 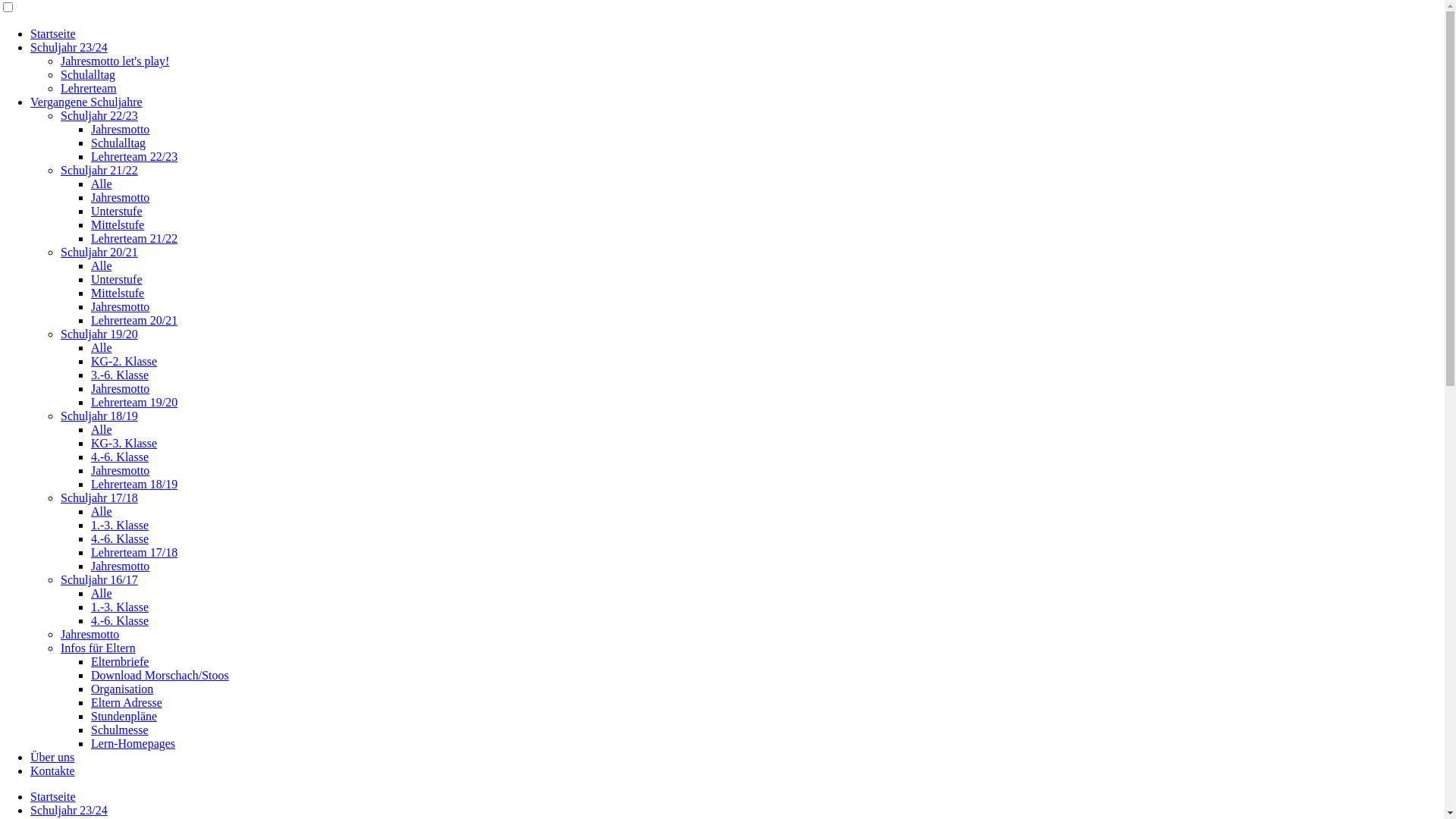 I want to click on 'Jahresmotto', so click(x=119, y=469).